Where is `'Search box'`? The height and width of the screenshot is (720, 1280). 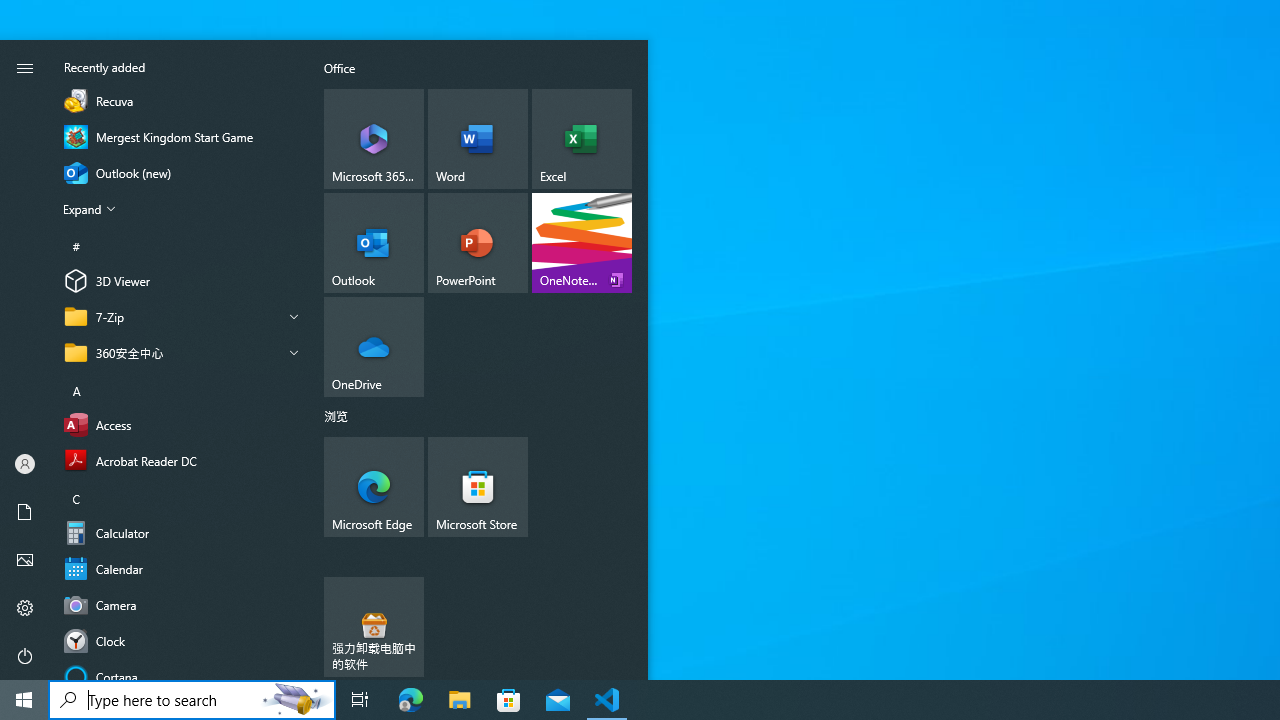 'Search box' is located at coordinates (151, 698).